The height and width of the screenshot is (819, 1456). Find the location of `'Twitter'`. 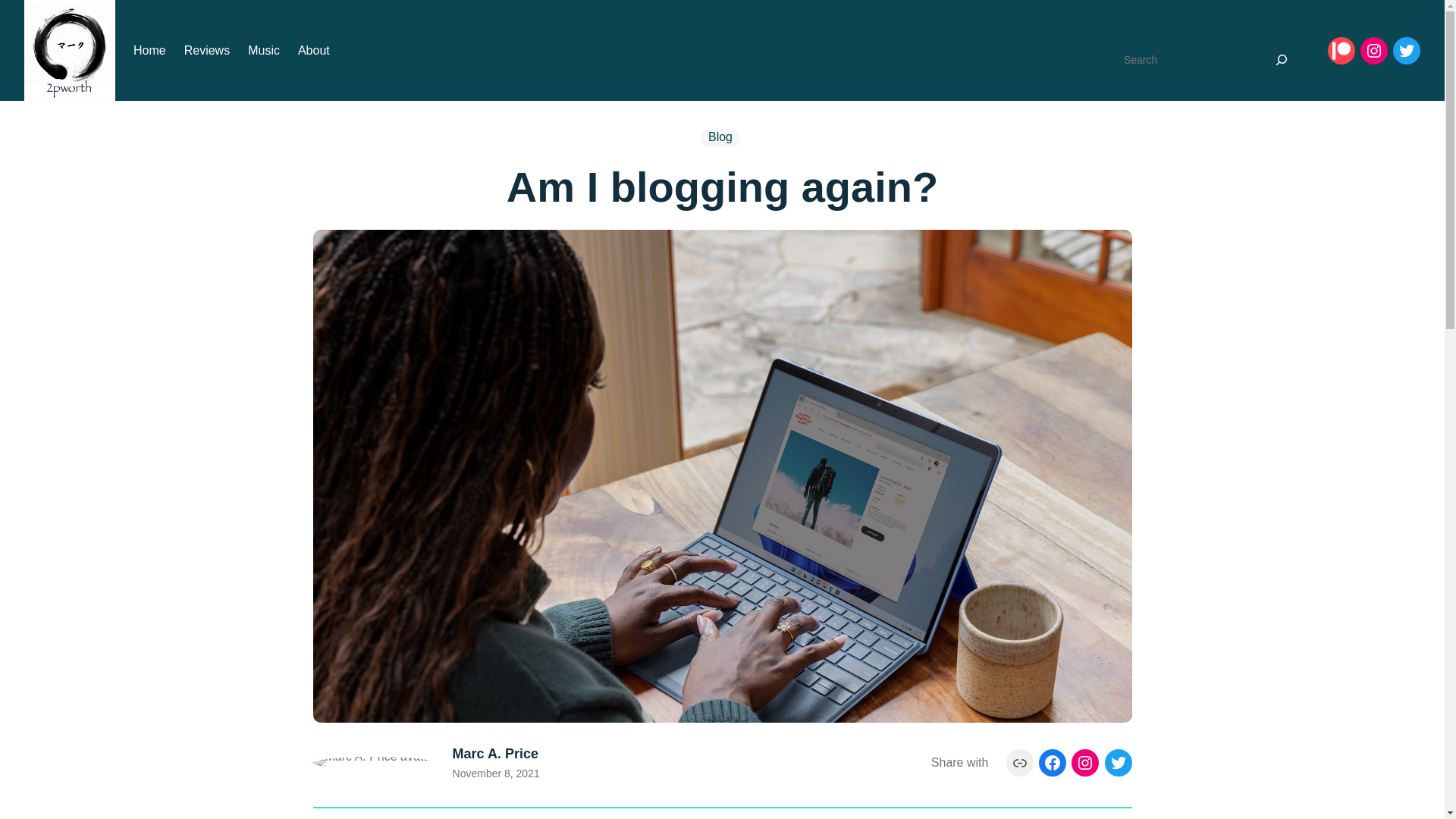

'Twitter' is located at coordinates (1405, 49).